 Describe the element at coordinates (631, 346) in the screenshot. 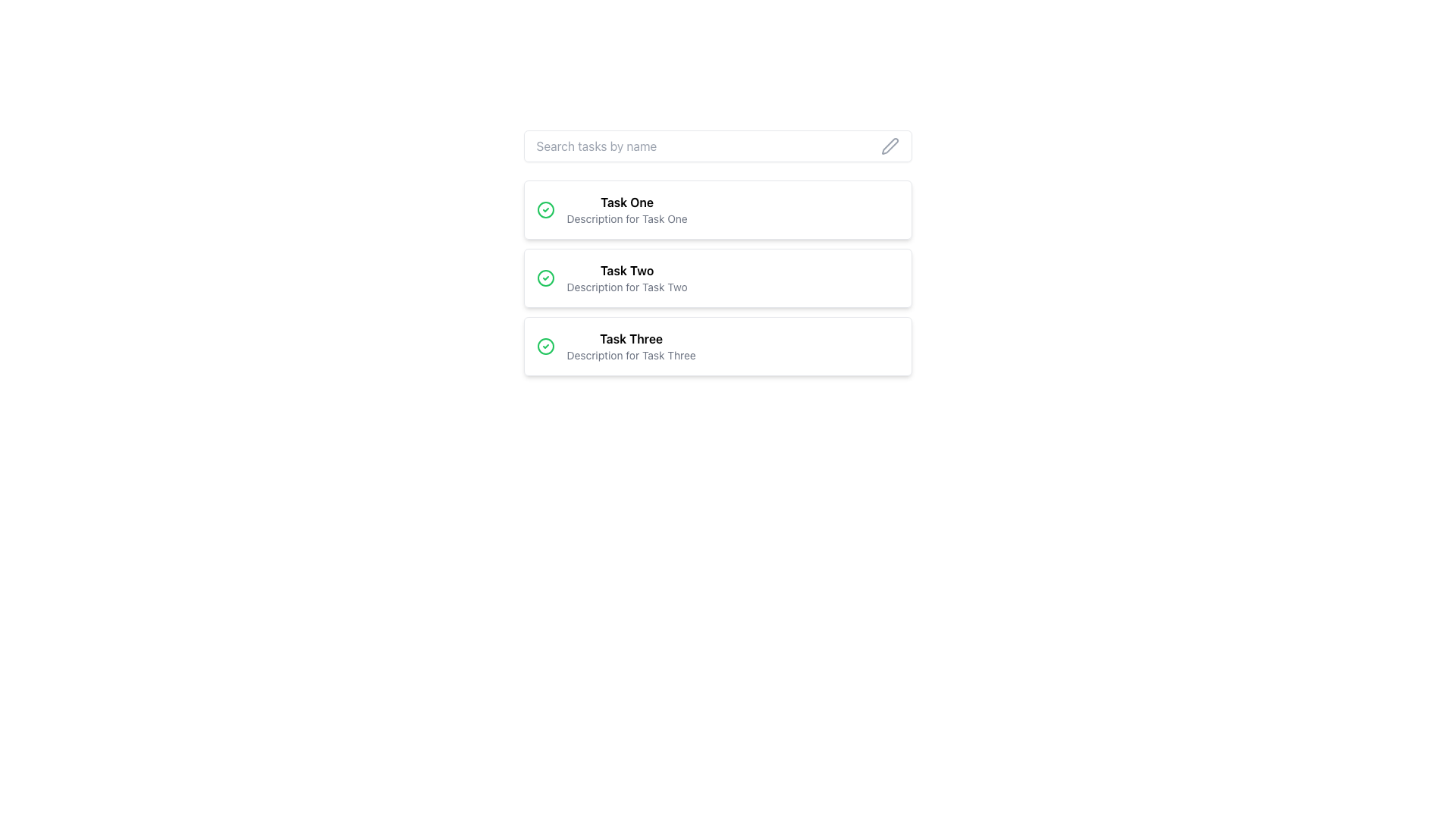

I see `the text block displaying the name and description of the task, which is the third item in a vertical list of task cards, centered horizontally within its card` at that location.